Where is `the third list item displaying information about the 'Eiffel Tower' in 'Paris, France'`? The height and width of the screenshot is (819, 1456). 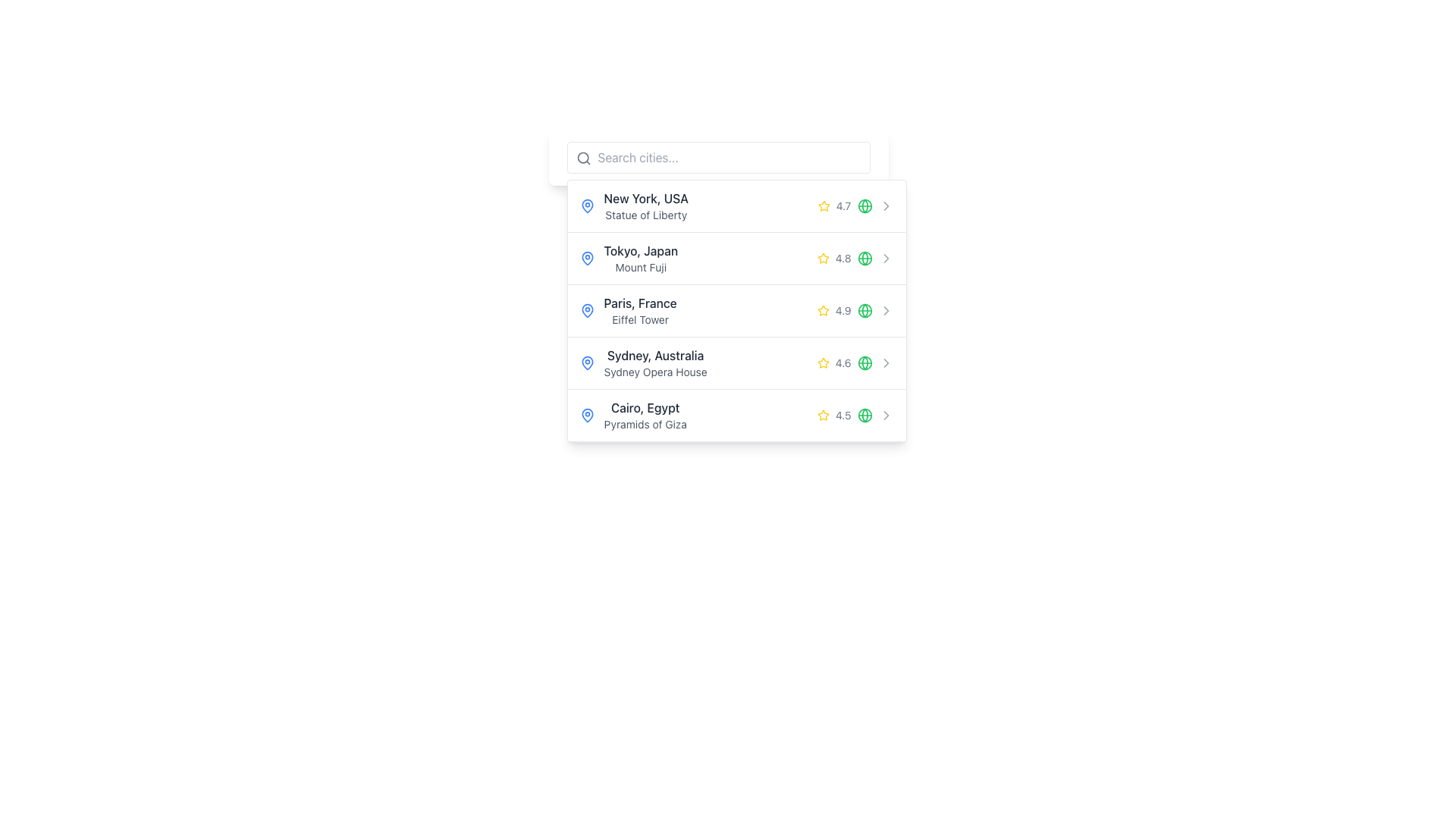 the third list item displaying information about the 'Eiffel Tower' in 'Paris, France' is located at coordinates (736, 310).